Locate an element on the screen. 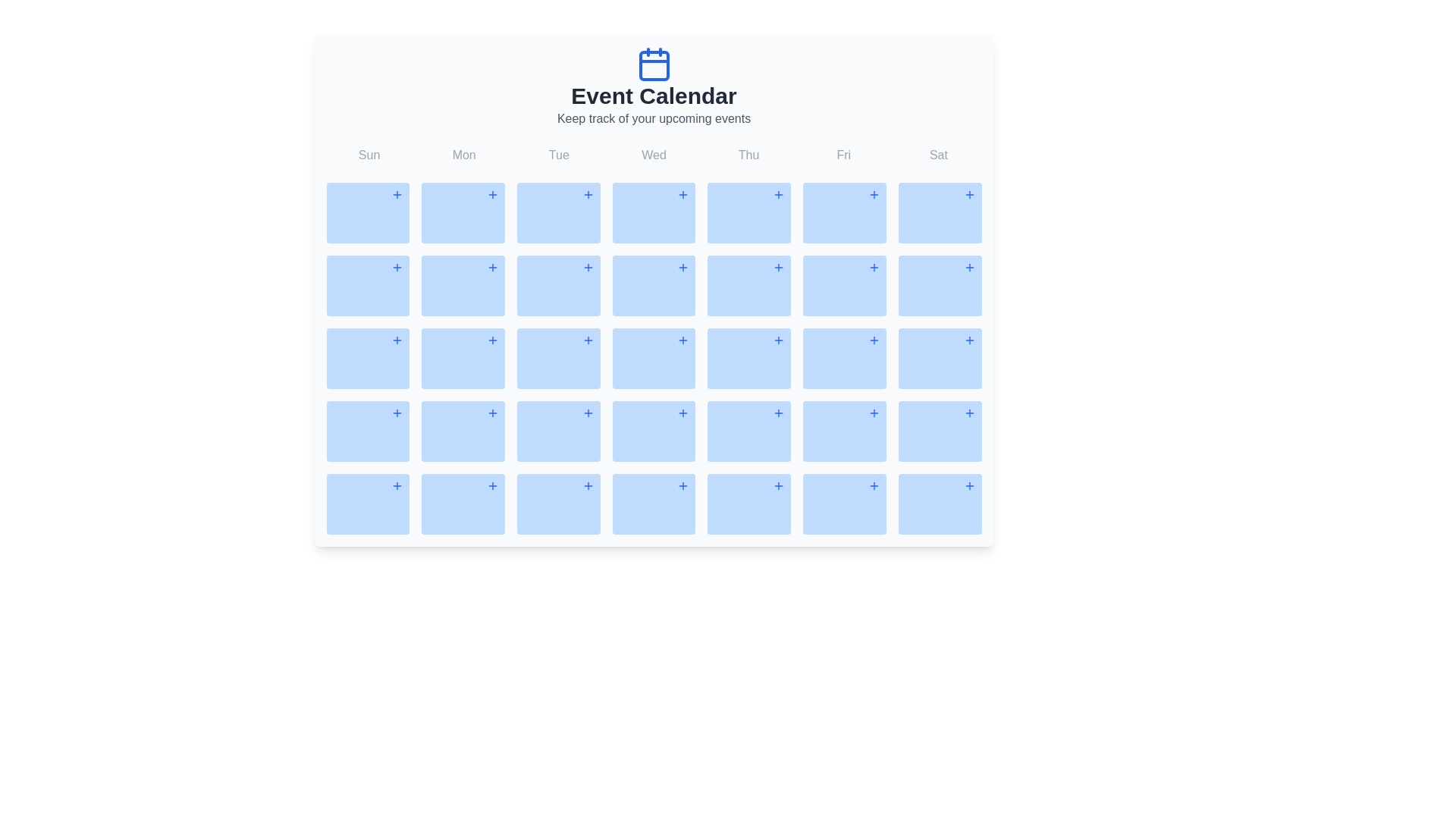 Image resolution: width=1456 pixels, height=819 pixels. the date box in the calendar located in the leftmost column (Sunday) is located at coordinates (368, 359).